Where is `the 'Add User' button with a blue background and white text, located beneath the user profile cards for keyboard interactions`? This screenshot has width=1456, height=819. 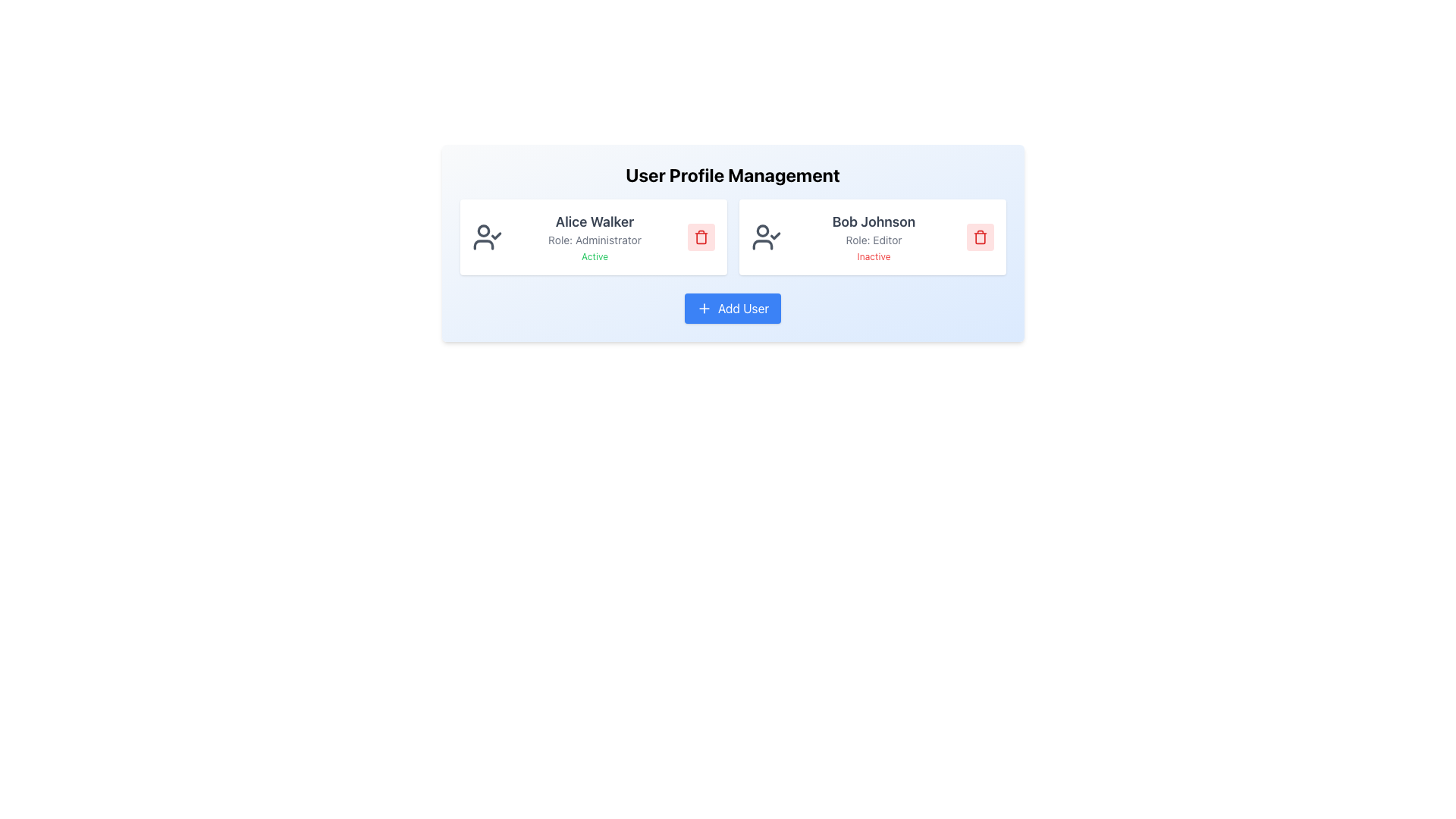
the 'Add User' button with a blue background and white text, located beneath the user profile cards for keyboard interactions is located at coordinates (733, 308).